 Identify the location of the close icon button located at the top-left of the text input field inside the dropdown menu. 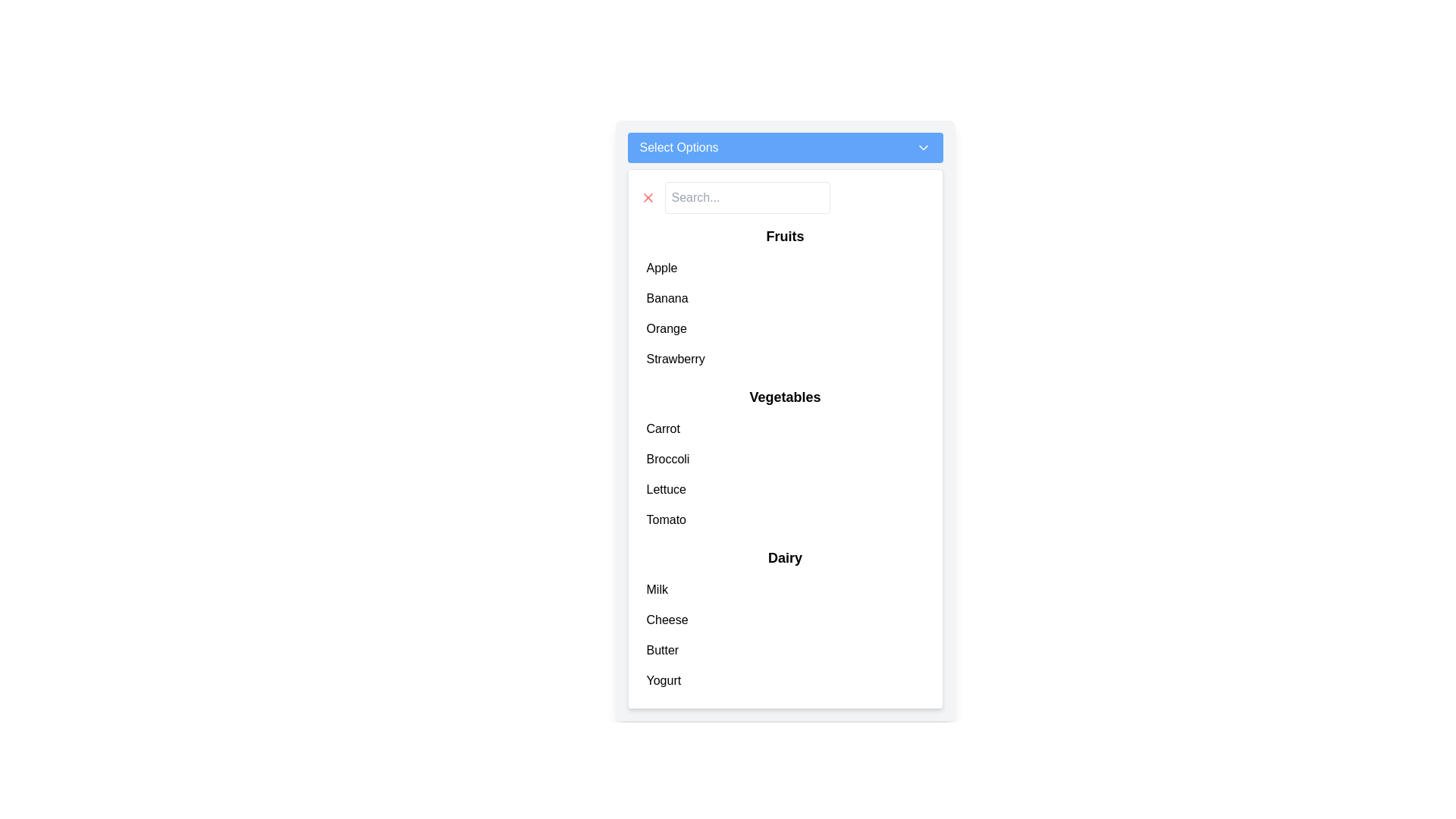
(648, 197).